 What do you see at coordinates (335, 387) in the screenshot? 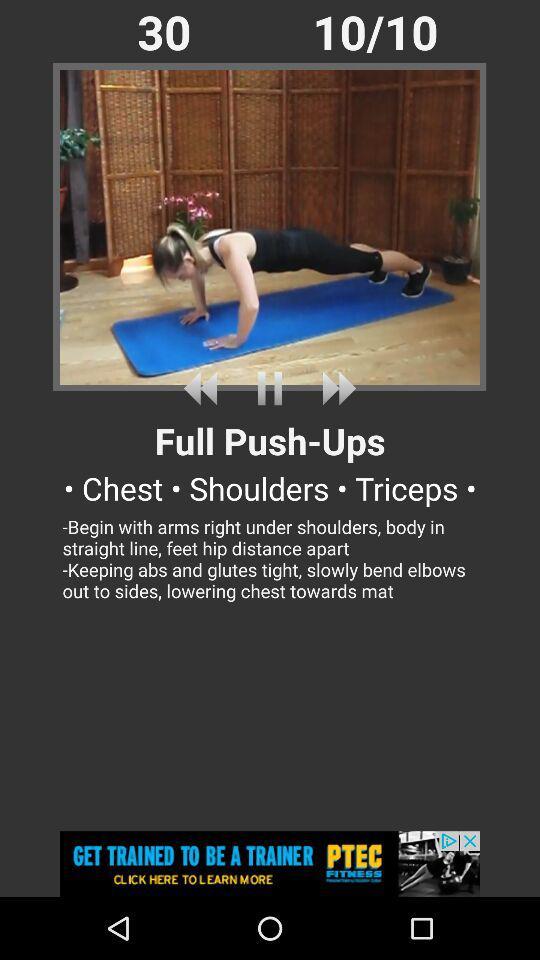
I see `fast forward` at bounding box center [335, 387].